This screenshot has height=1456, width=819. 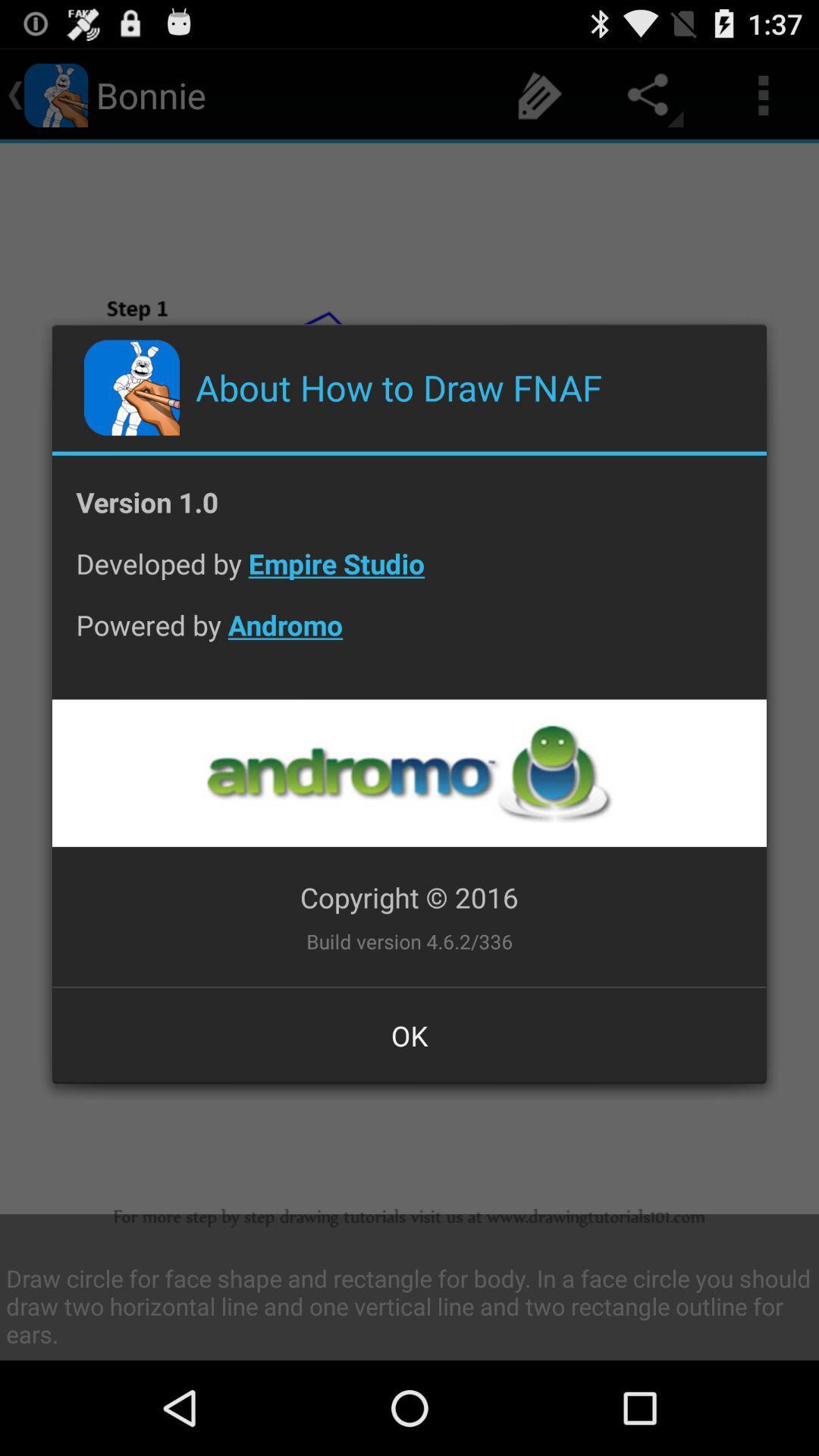 I want to click on the item above the powered by andromo app, so click(x=409, y=574).